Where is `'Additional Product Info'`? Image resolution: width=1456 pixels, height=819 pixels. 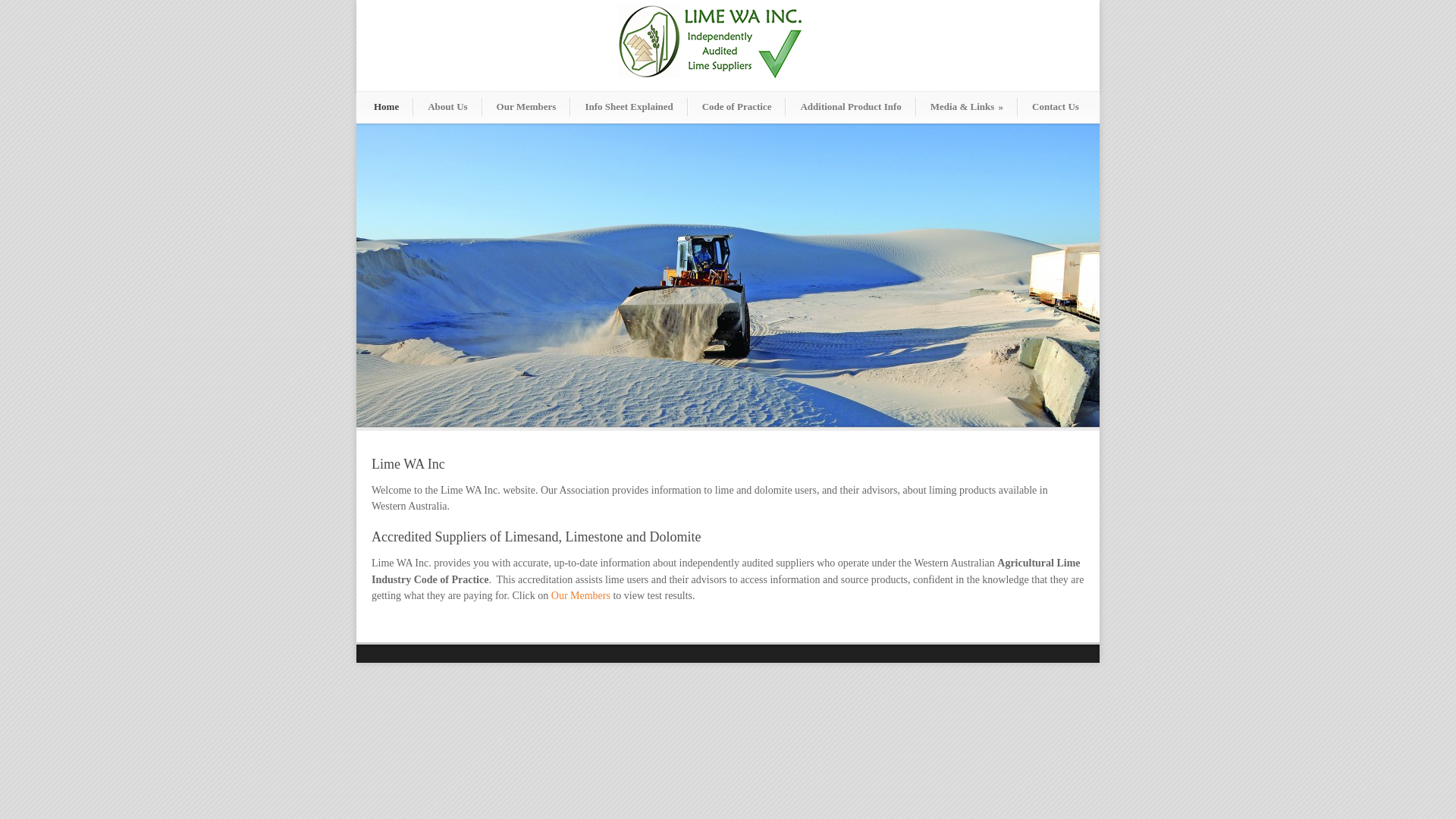
'Additional Product Info' is located at coordinates (850, 106).